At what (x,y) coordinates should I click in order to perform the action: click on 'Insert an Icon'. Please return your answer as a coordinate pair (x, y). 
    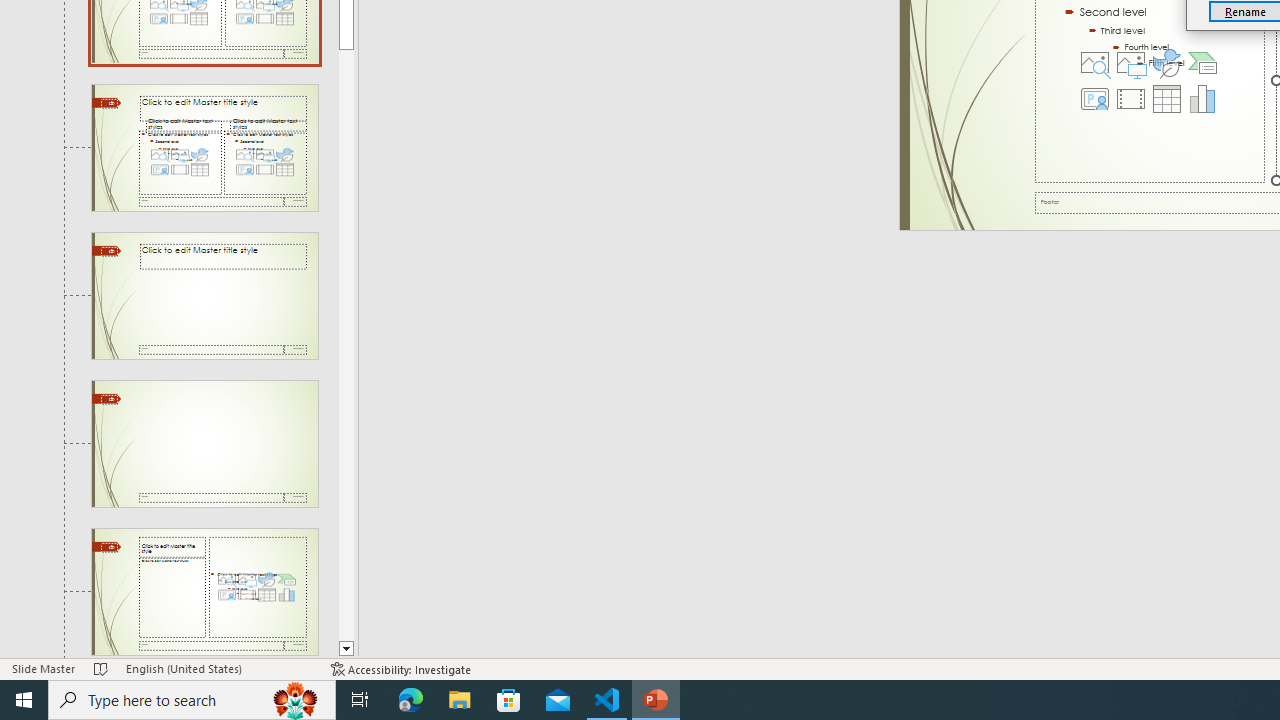
    Looking at the image, I should click on (1166, 61).